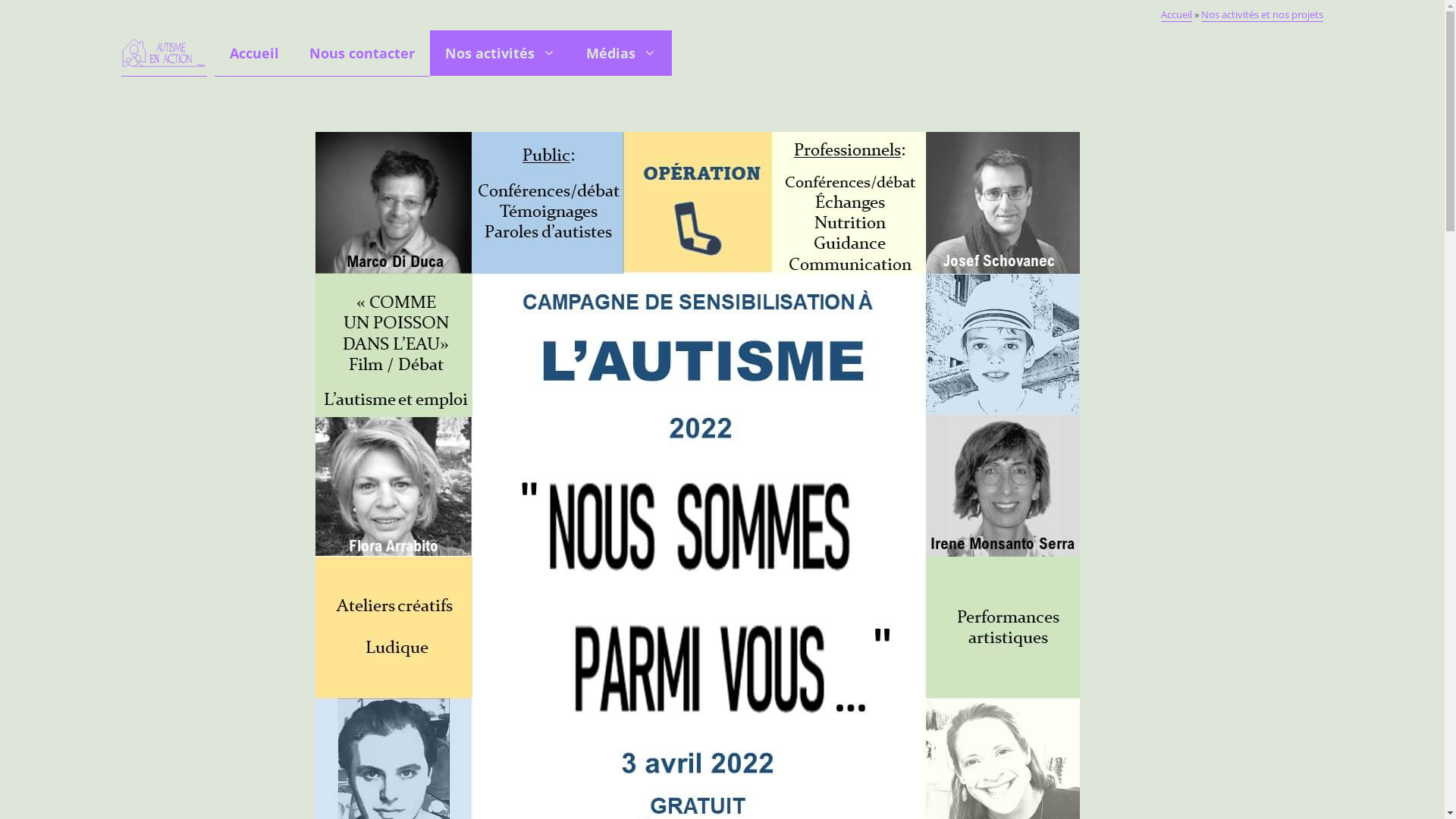  What do you see at coordinates (164, 52) in the screenshot?
I see `'Autisme en Action'` at bounding box center [164, 52].